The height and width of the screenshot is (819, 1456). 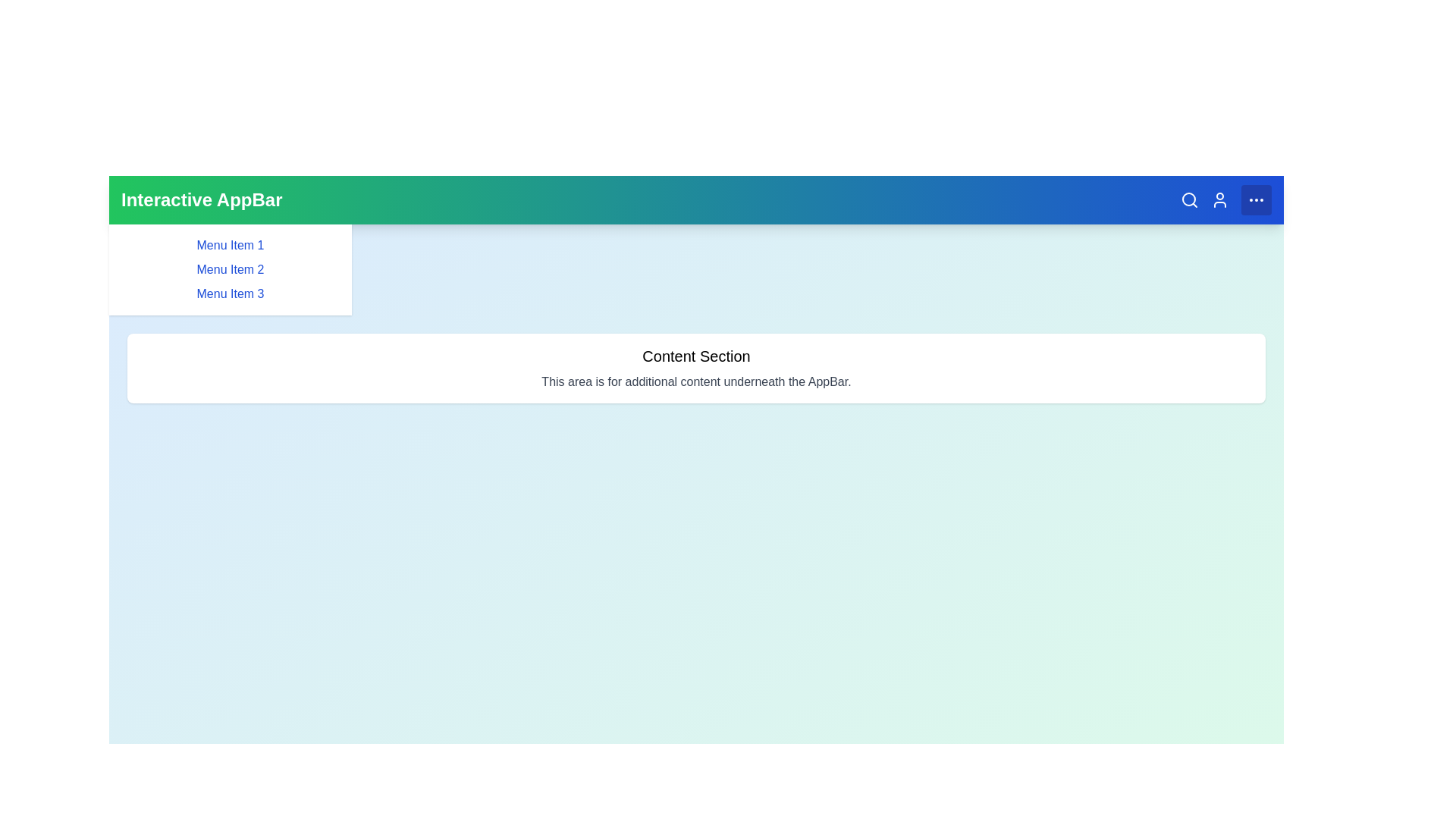 What do you see at coordinates (1219, 199) in the screenshot?
I see `the user icon to access user-related actions` at bounding box center [1219, 199].